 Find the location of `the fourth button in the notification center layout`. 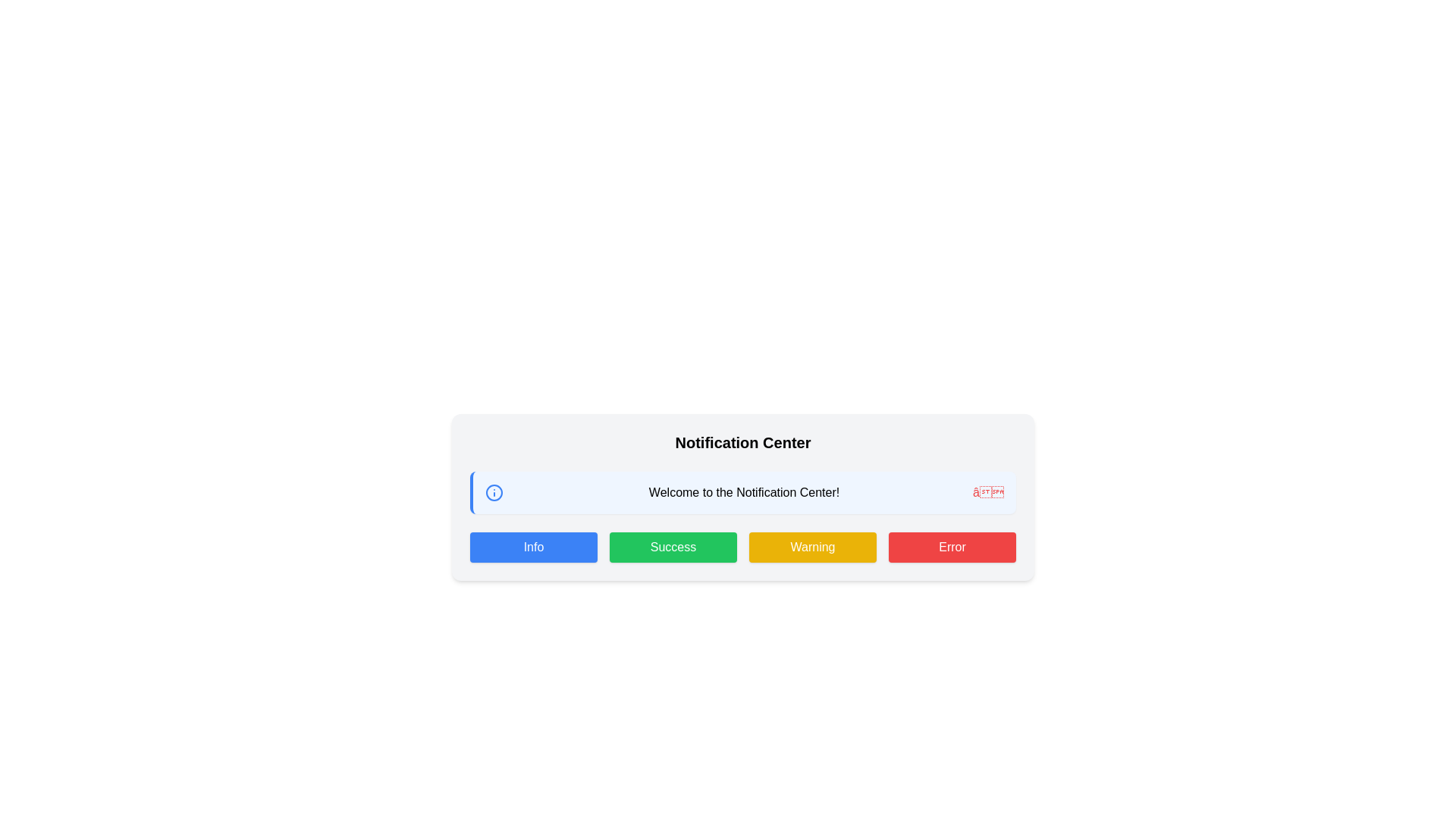

the fourth button in the notification center layout is located at coordinates (952, 547).